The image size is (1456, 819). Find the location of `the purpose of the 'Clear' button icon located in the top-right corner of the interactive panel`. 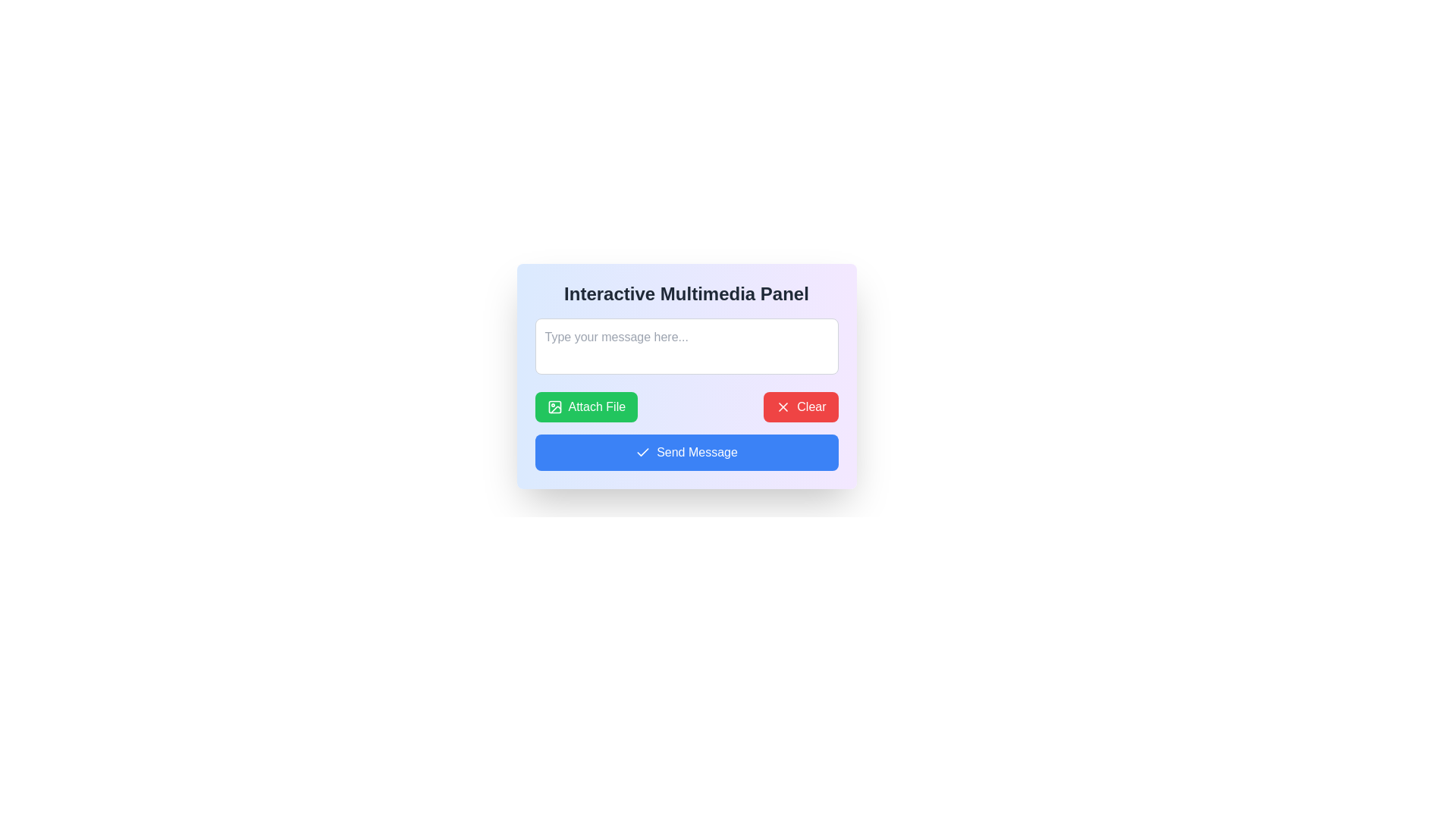

the purpose of the 'Clear' button icon located in the top-right corner of the interactive panel is located at coordinates (783, 406).